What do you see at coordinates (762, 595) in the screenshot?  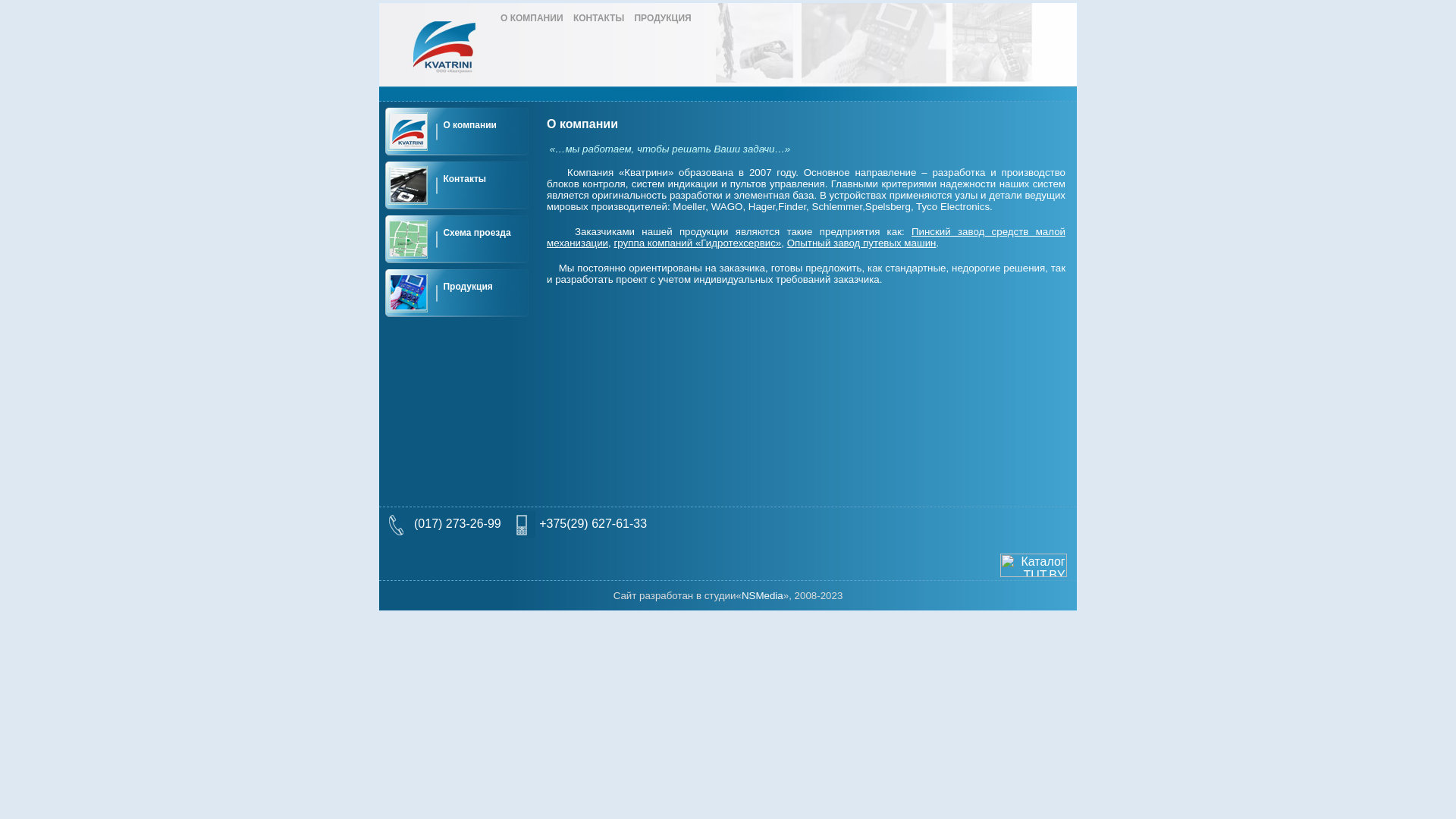 I see `'NSMedia'` at bounding box center [762, 595].